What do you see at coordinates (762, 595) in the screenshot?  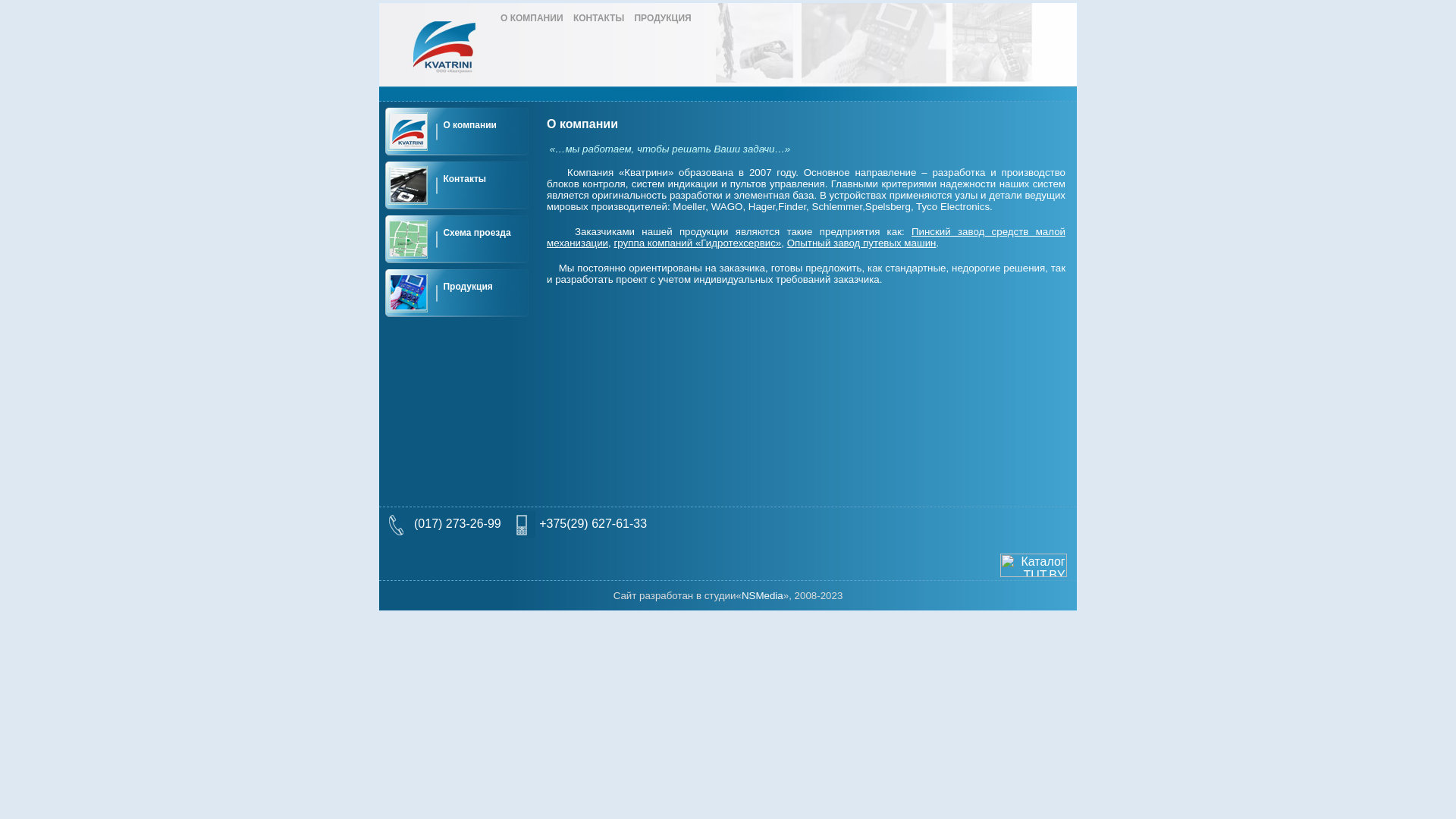 I see `'NSMedia'` at bounding box center [762, 595].